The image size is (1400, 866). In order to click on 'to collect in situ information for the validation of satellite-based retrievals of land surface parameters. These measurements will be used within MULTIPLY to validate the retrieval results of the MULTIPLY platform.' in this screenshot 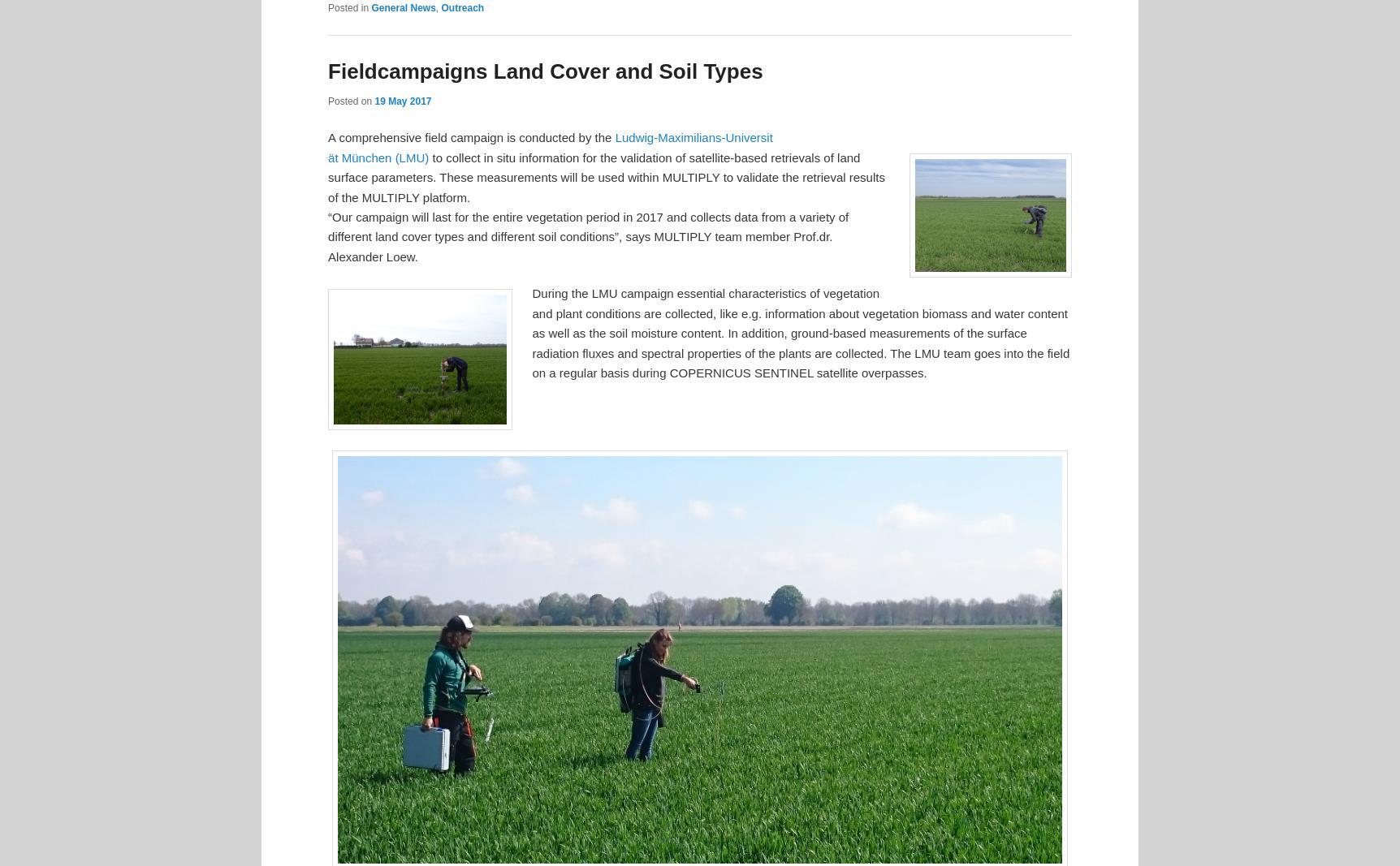, I will do `click(606, 176)`.